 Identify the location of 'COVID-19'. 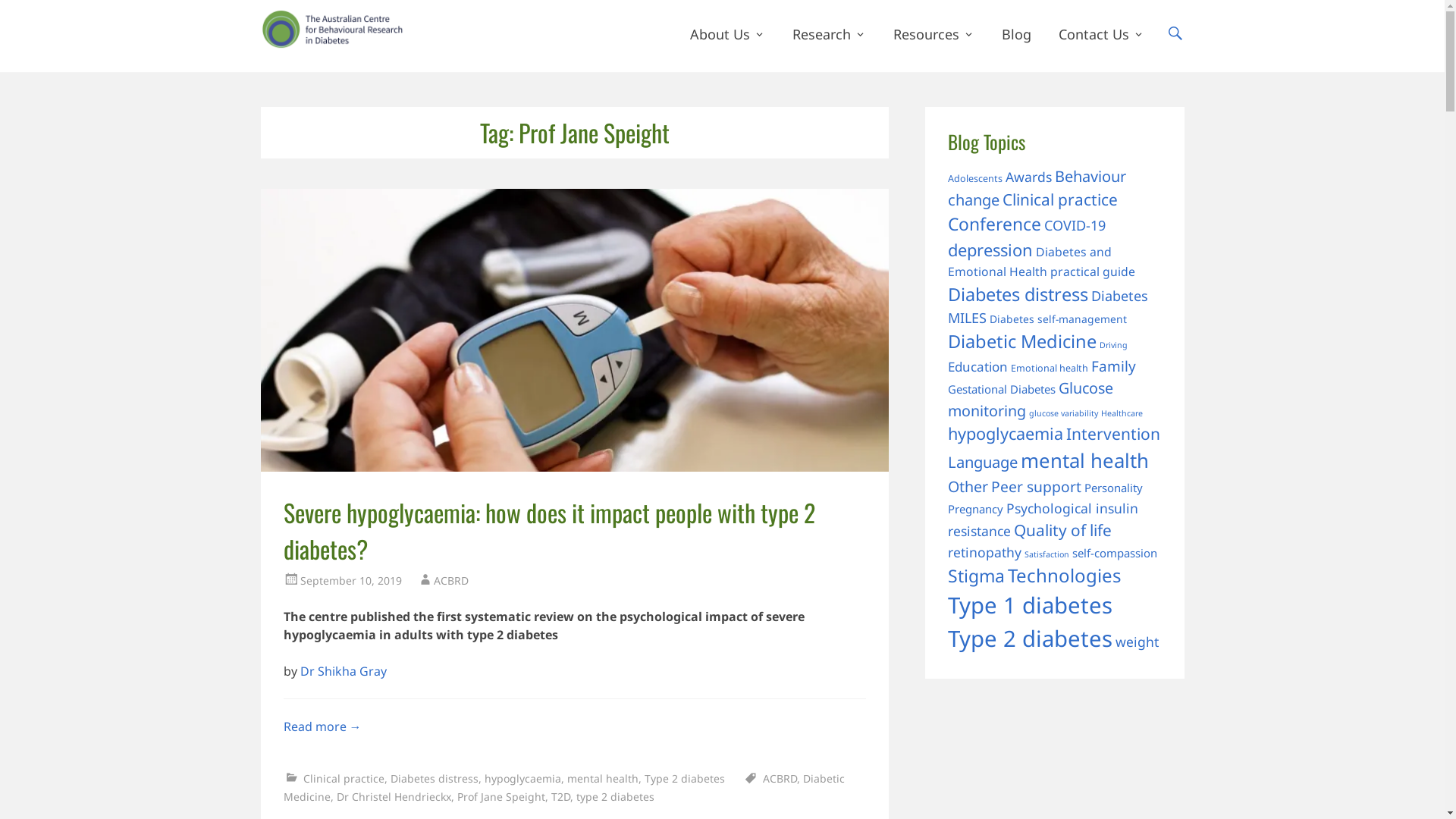
(1043, 225).